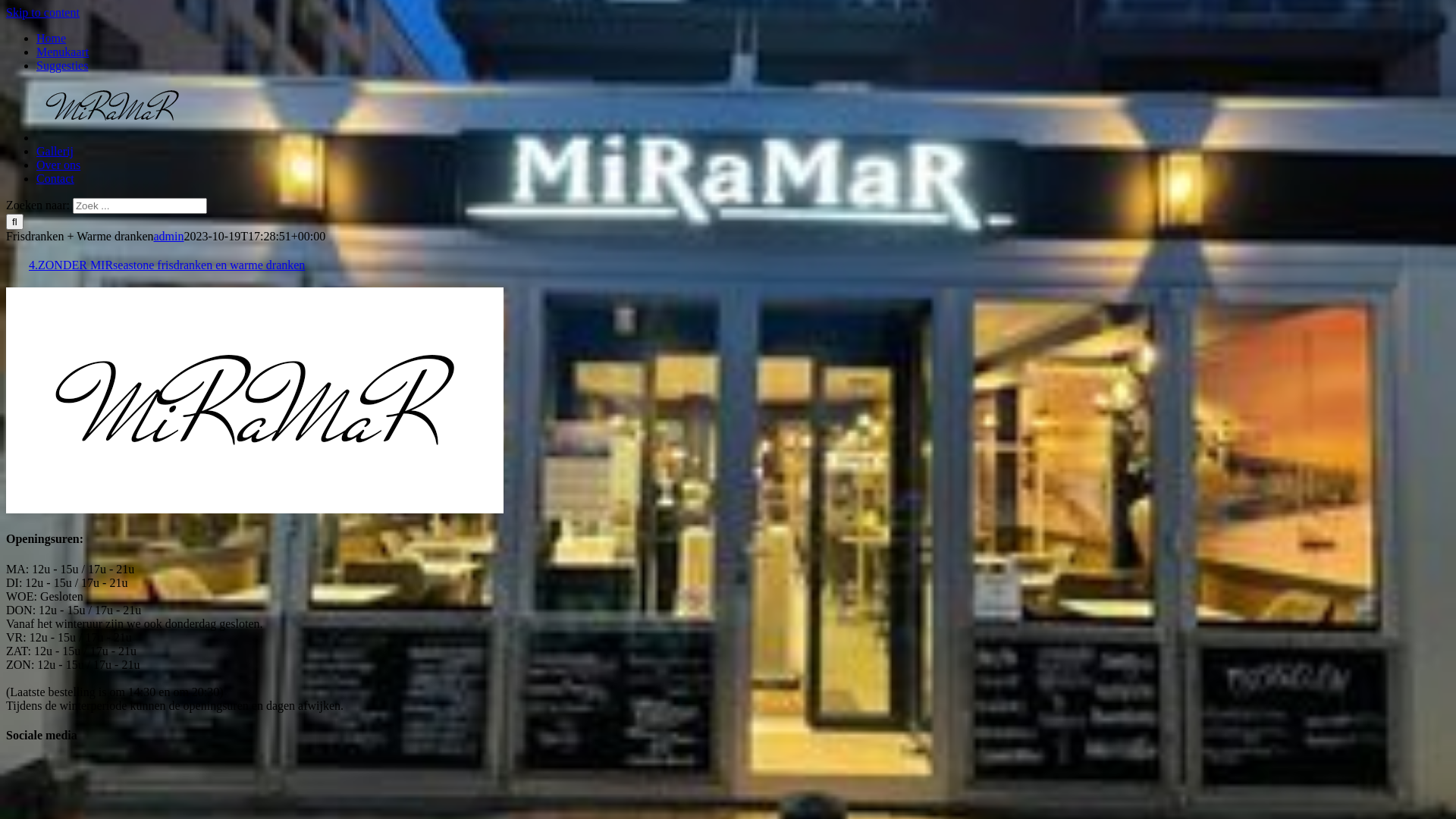  Describe the element at coordinates (168, 236) in the screenshot. I see `'admin'` at that location.